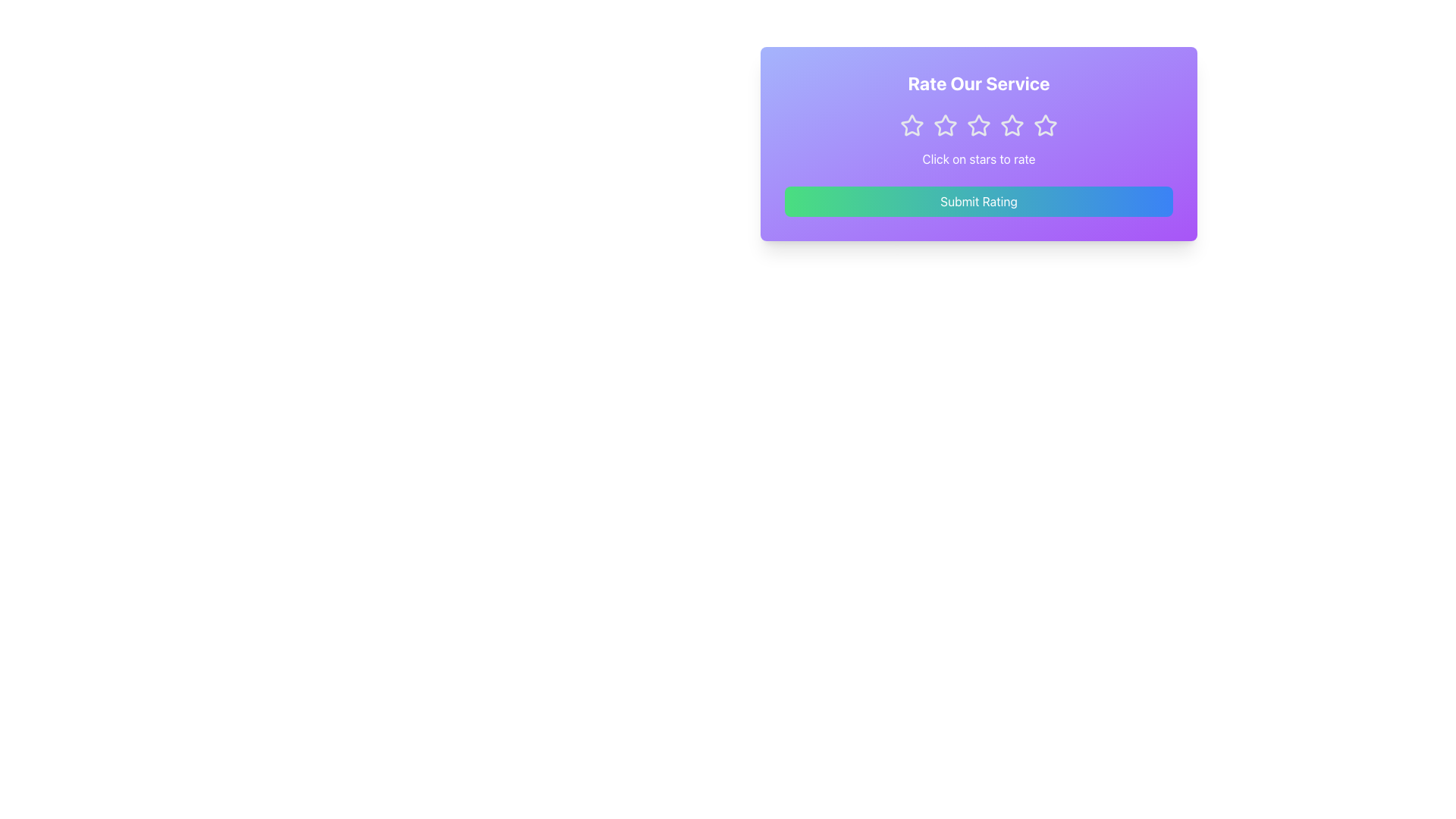  What do you see at coordinates (1043, 124) in the screenshot?
I see `the fourth star in the star-shaped interactive UI element for rating, located under 'Rate Our Service'` at bounding box center [1043, 124].